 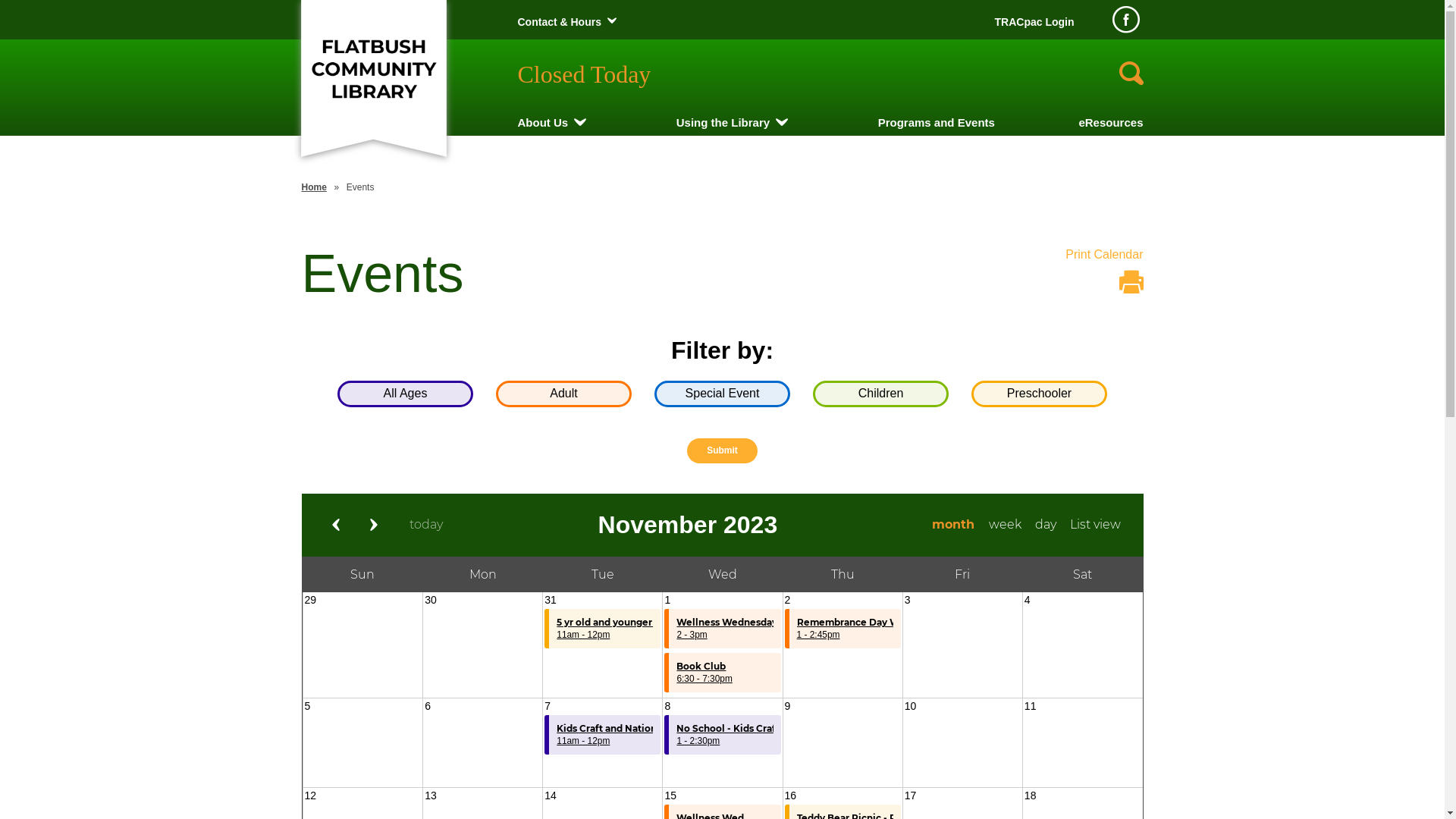 I want to click on 'today', so click(x=425, y=523).